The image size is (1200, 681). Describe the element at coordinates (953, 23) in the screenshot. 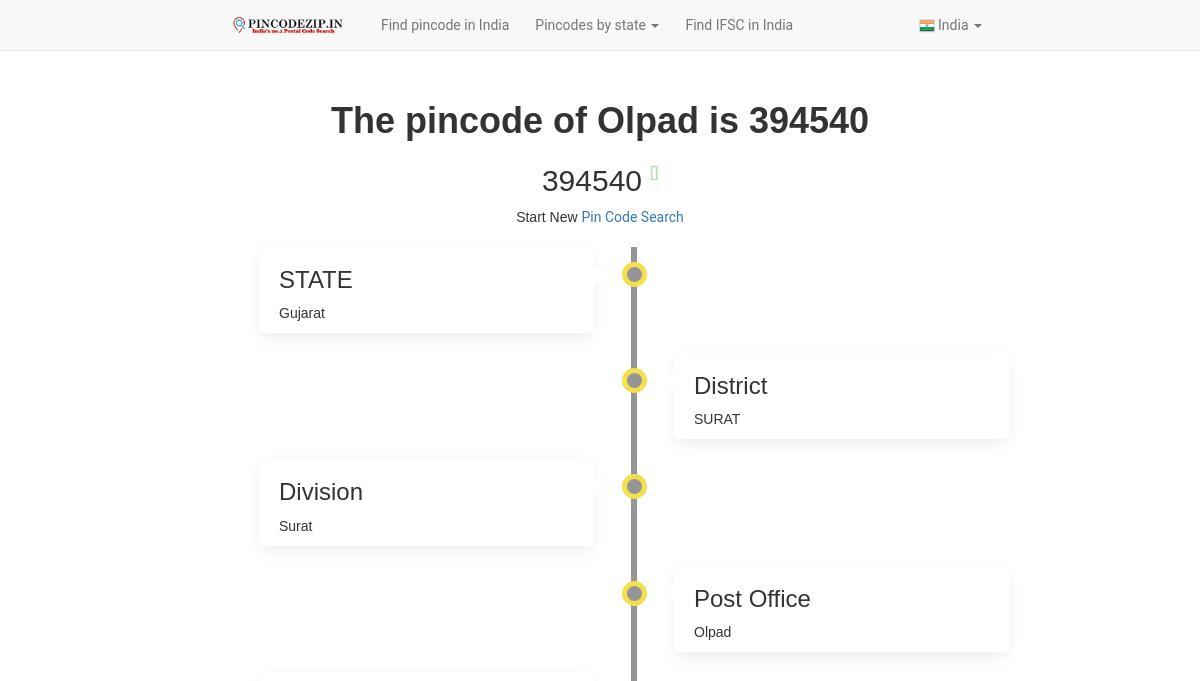

I see `'India'` at that location.